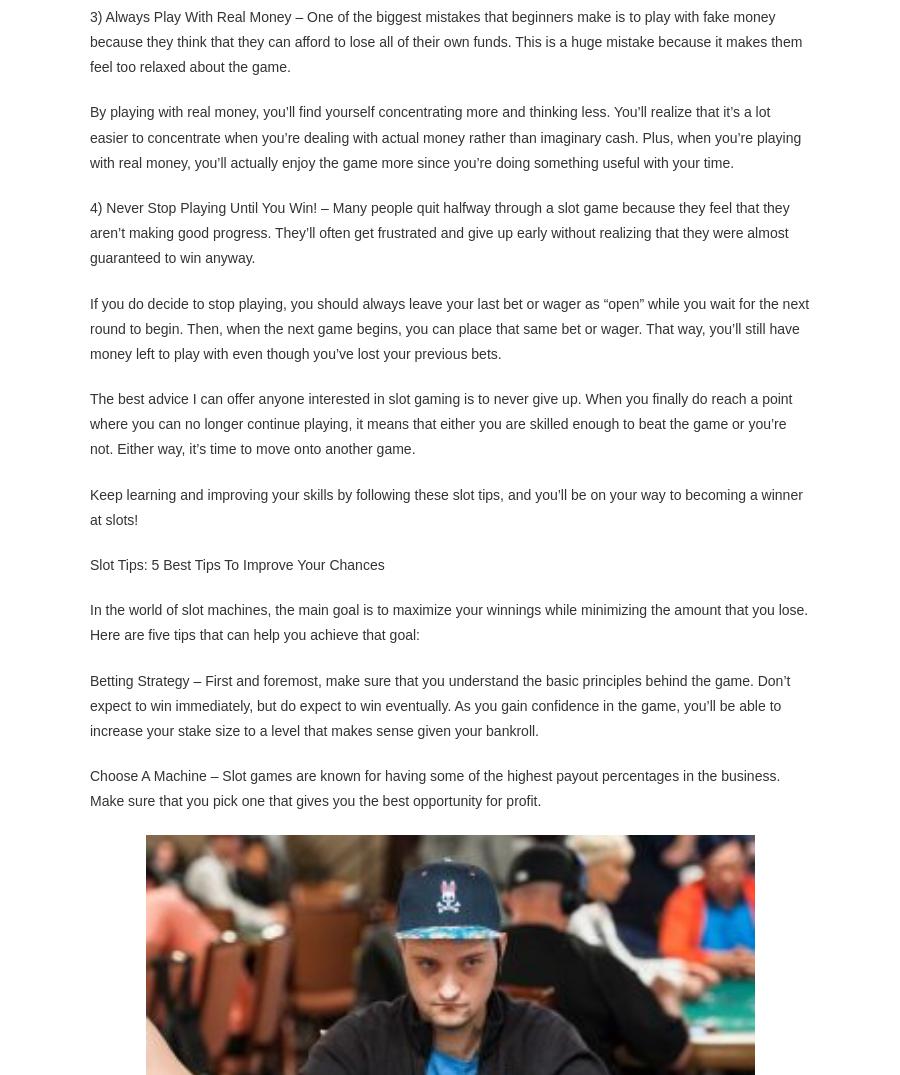  What do you see at coordinates (440, 703) in the screenshot?
I see `'Betting Strategy – First and foremost, make sure that you understand the basic principles behind the game. Don’t expect to win immediately, but do expect to win eventually. As you gain confidence in the game, you’ll be able to increase your stake size to a level that makes sense given your bankroll.'` at bounding box center [440, 703].